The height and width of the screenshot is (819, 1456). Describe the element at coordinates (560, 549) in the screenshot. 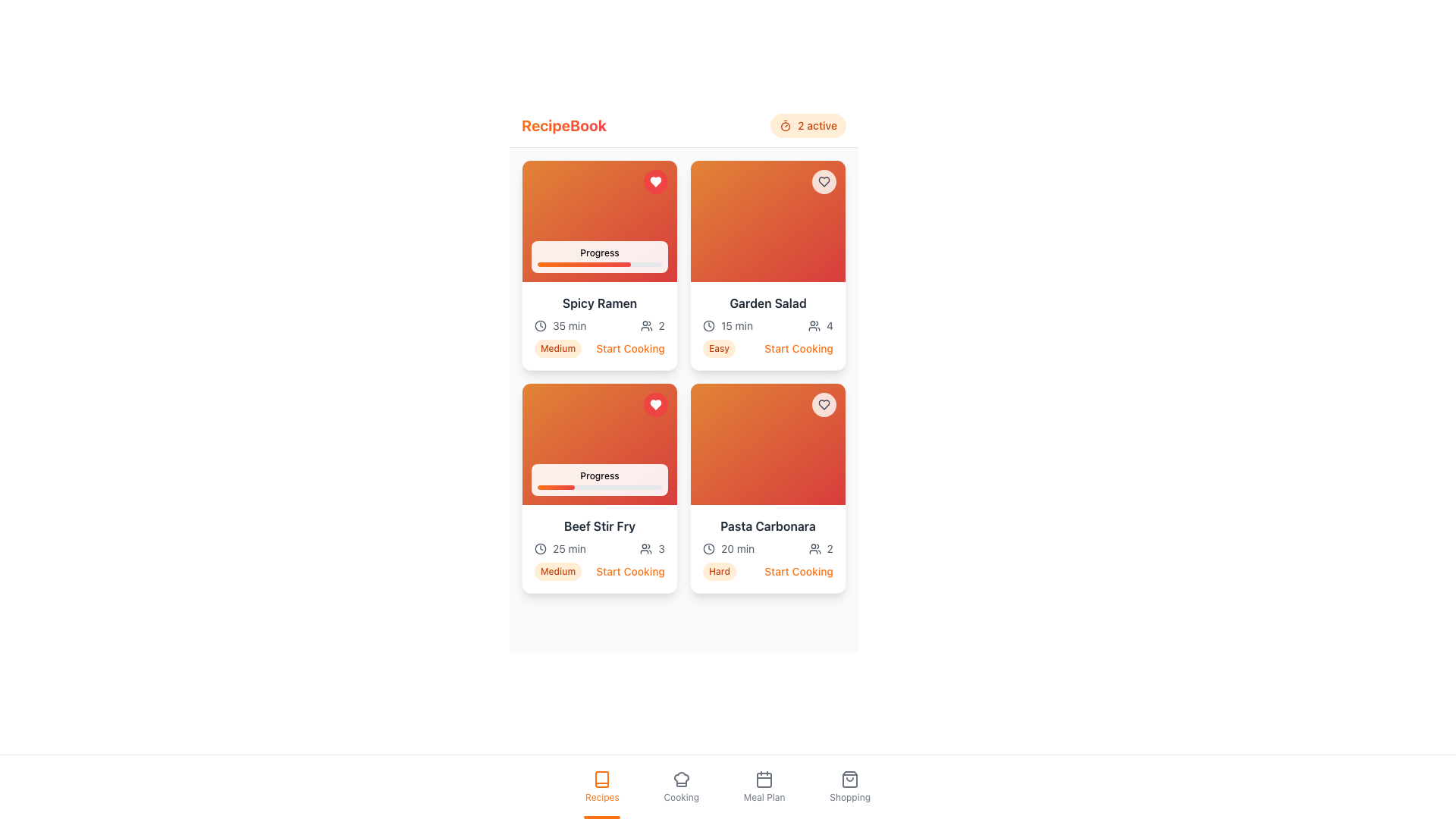

I see `cooking time information displayed in the text with icon for the 'Beef Stir Fry' recipe, located under the progress bar and recipe title` at that location.